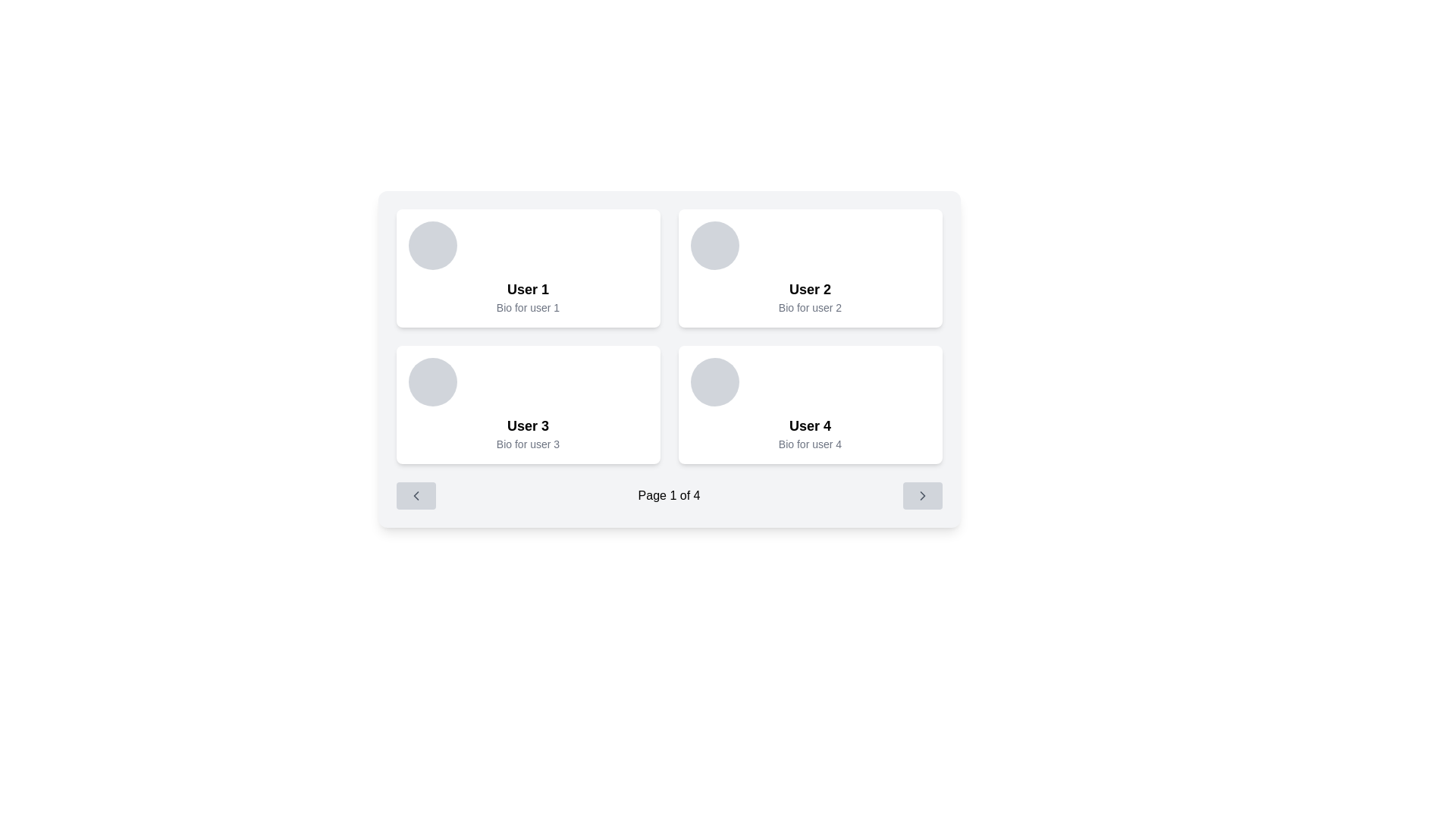  What do you see at coordinates (809, 289) in the screenshot?
I see `bold text label 'User 2' that is located within a card-like structure, positioned below a circular gray placeholder image` at bounding box center [809, 289].